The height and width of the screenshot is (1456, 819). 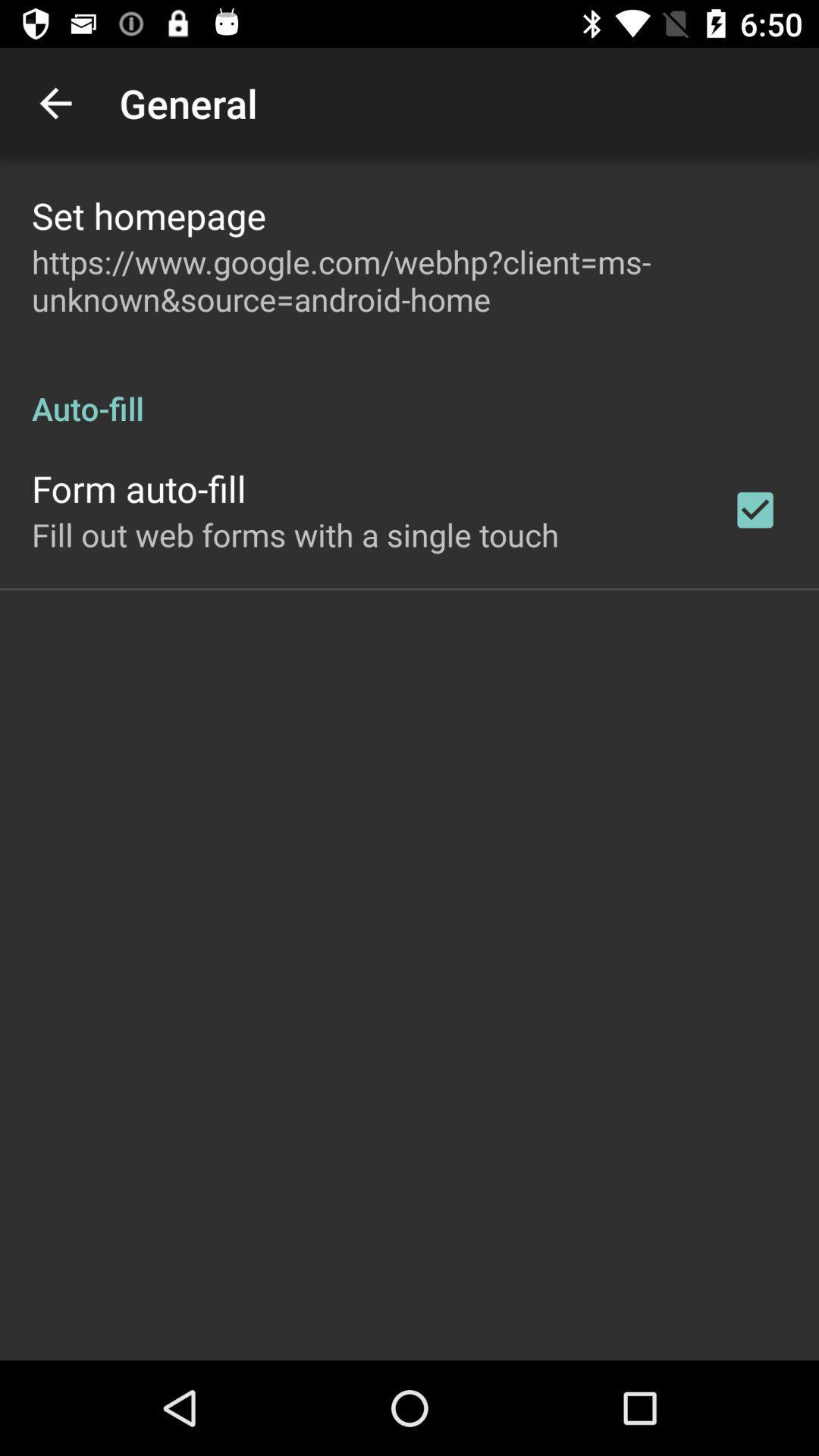 What do you see at coordinates (295, 535) in the screenshot?
I see `fill out web item` at bounding box center [295, 535].